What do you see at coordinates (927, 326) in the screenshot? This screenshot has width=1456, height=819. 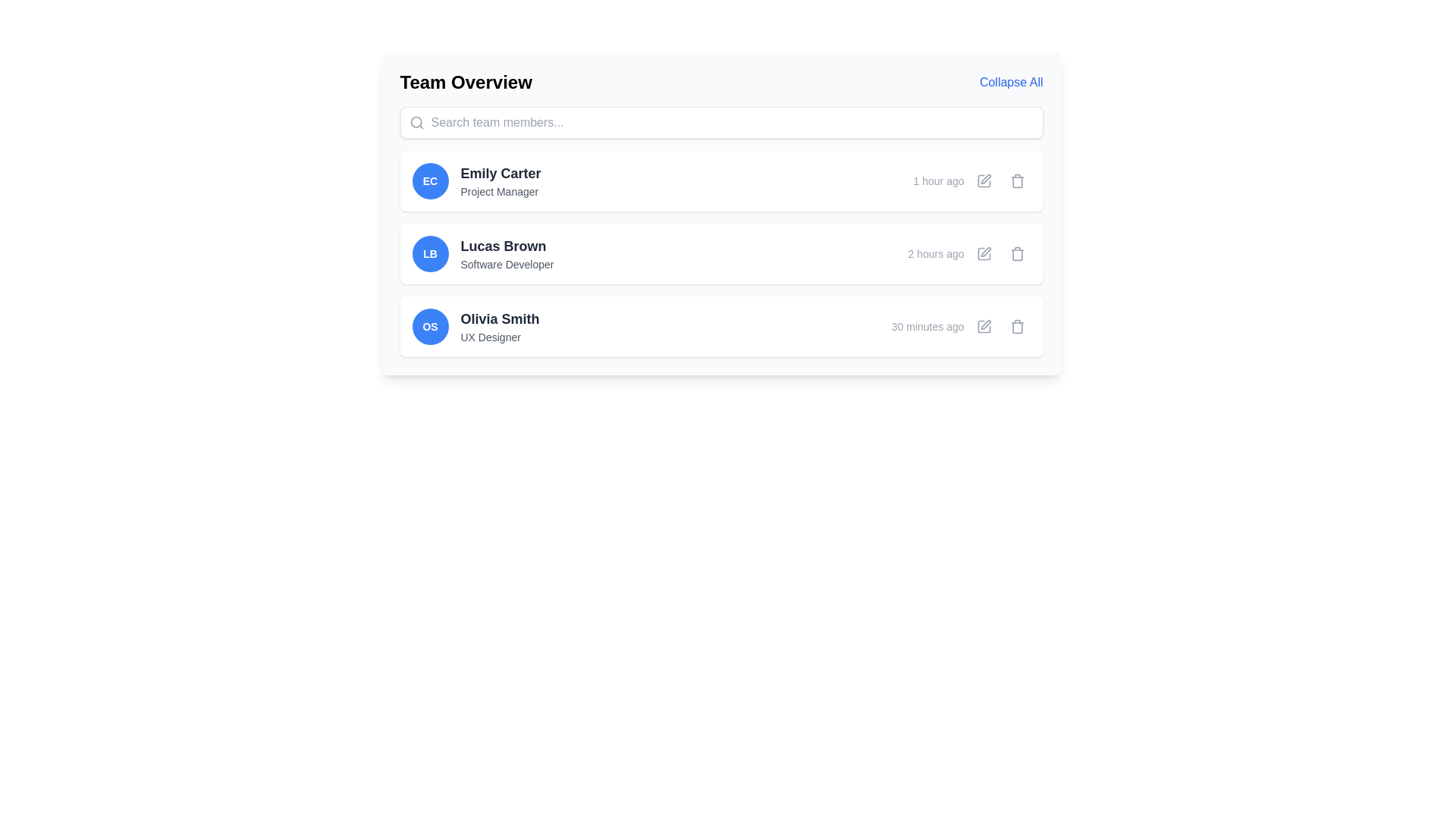 I see `the text label displaying '30 minutes ago', which is styled in gray and positioned to the right of 'Olivia Smith' and their role 'UX Designer' within a vertical list of user profiles` at bounding box center [927, 326].